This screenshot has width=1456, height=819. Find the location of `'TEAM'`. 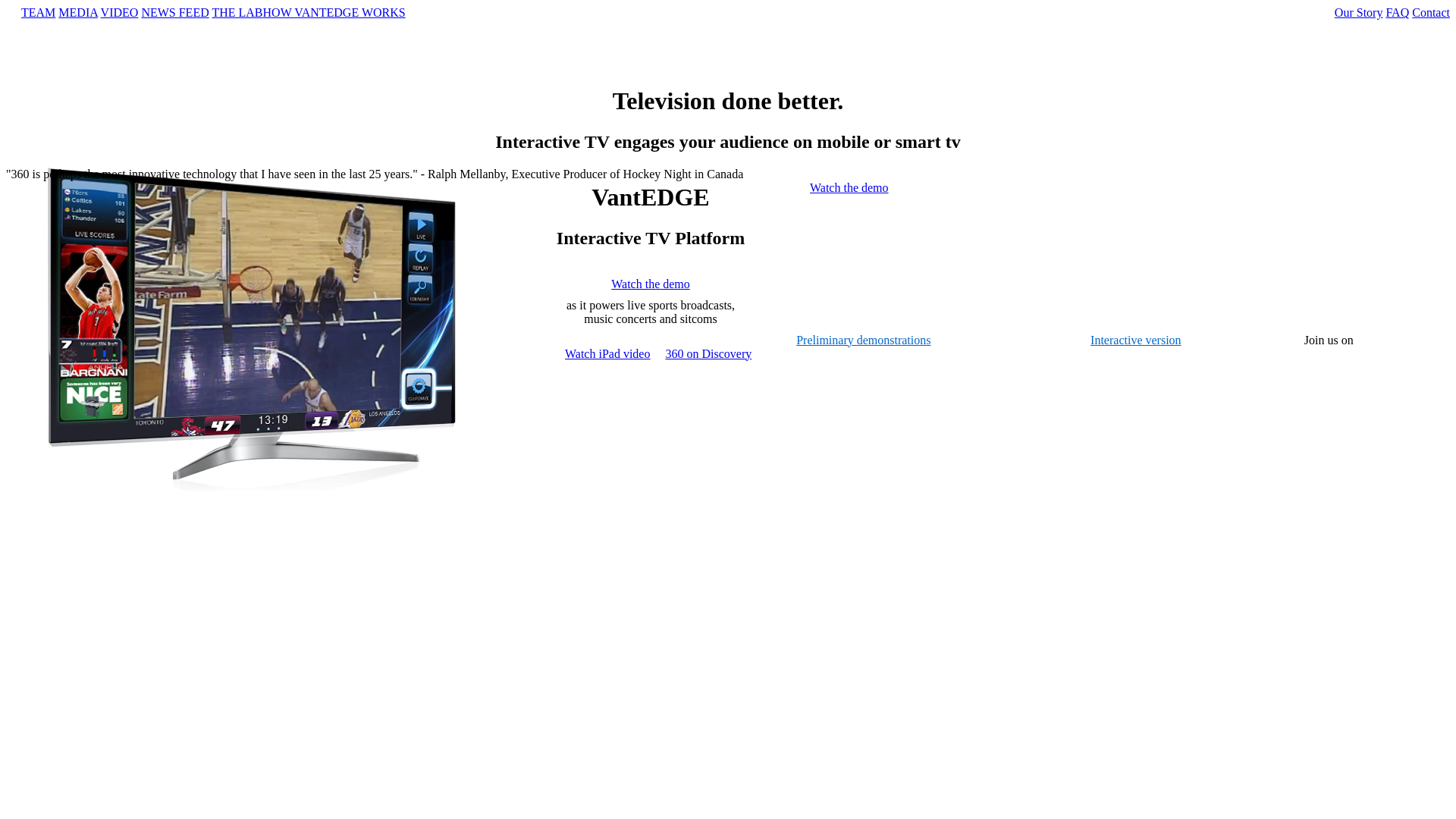

'TEAM' is located at coordinates (38, 12).